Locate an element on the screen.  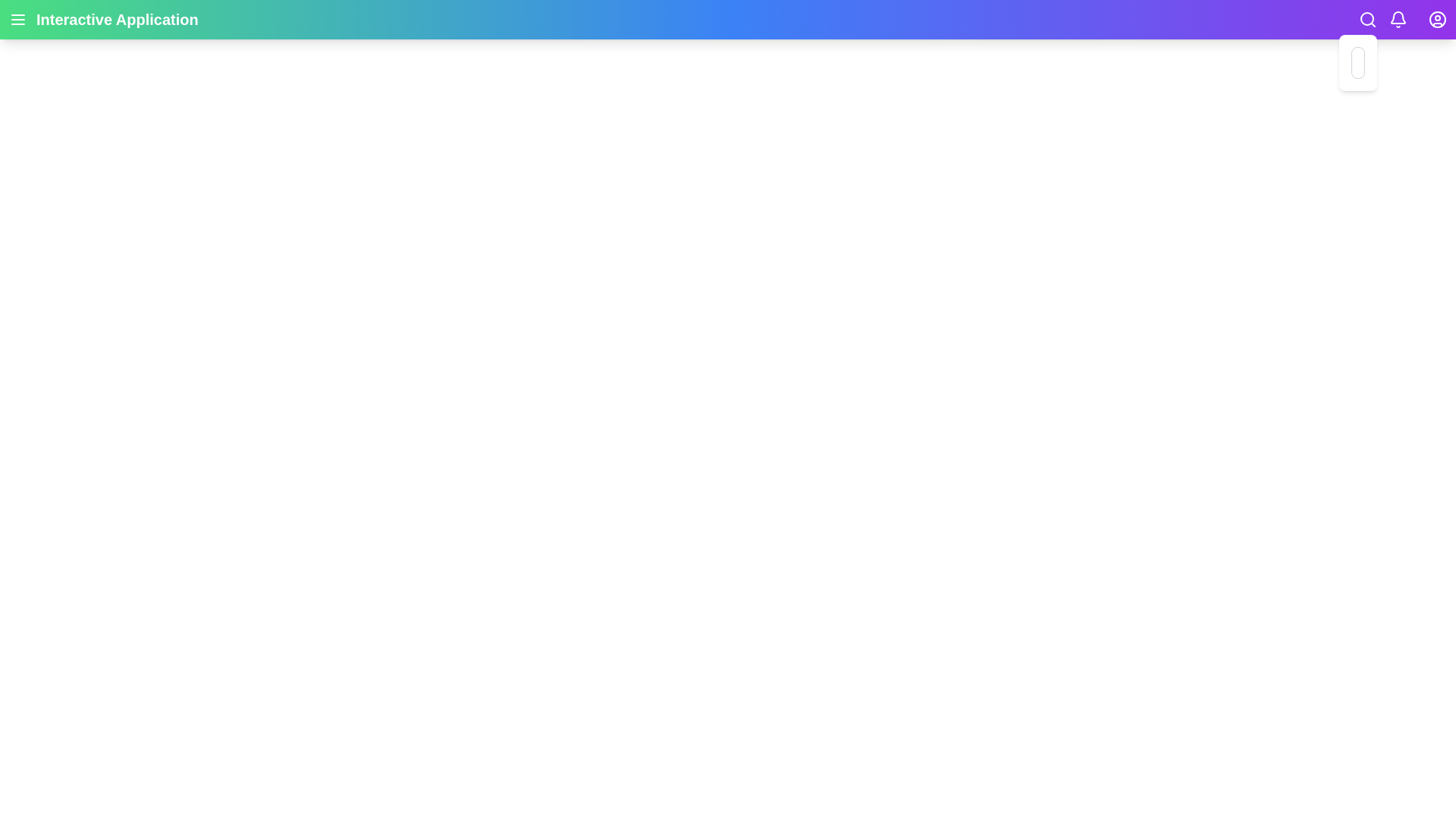
the menu icon to toggle the navigation menu is located at coordinates (18, 20).